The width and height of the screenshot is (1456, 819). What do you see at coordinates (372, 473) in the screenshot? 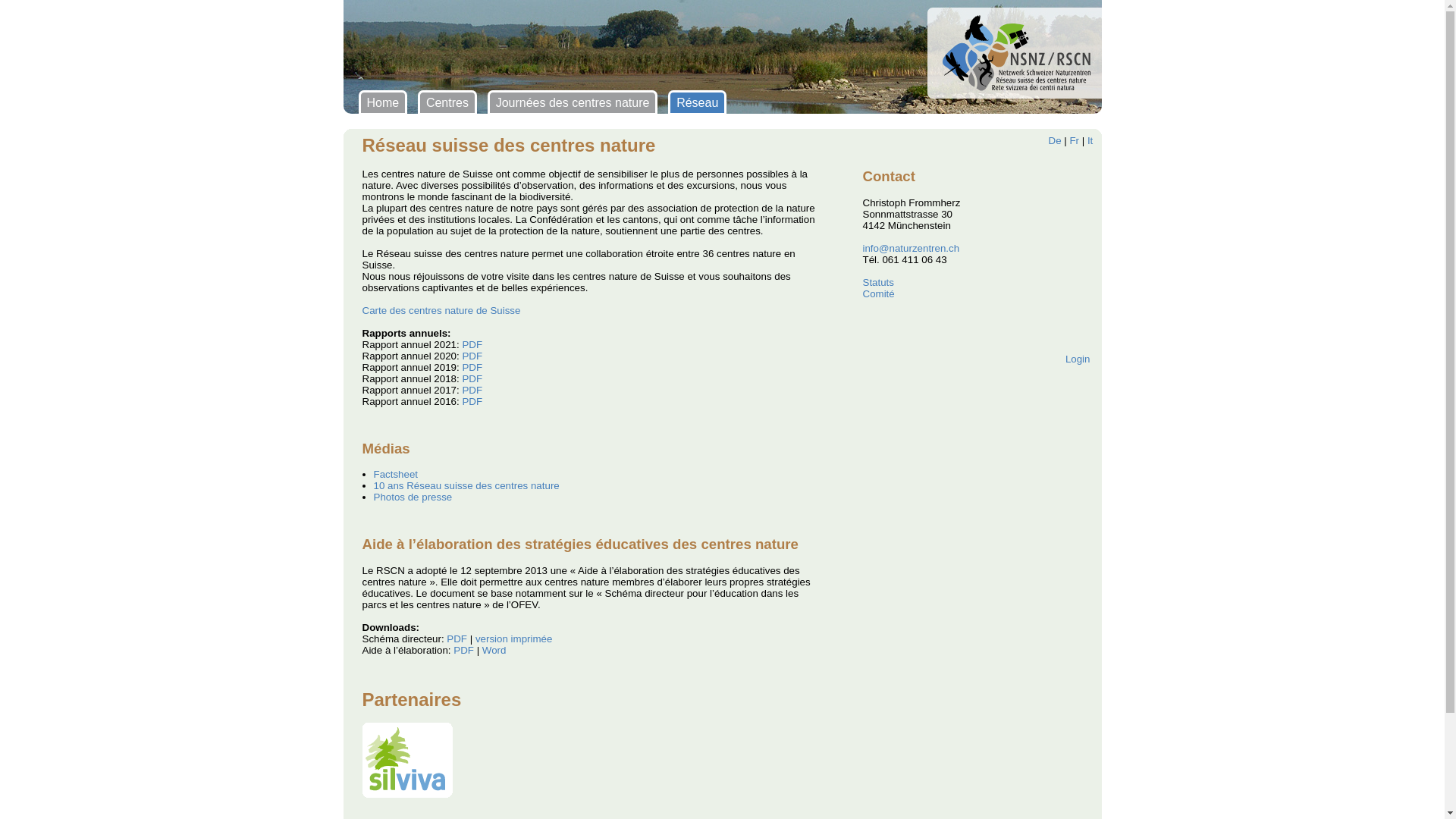
I see `'Factsheet'` at bounding box center [372, 473].